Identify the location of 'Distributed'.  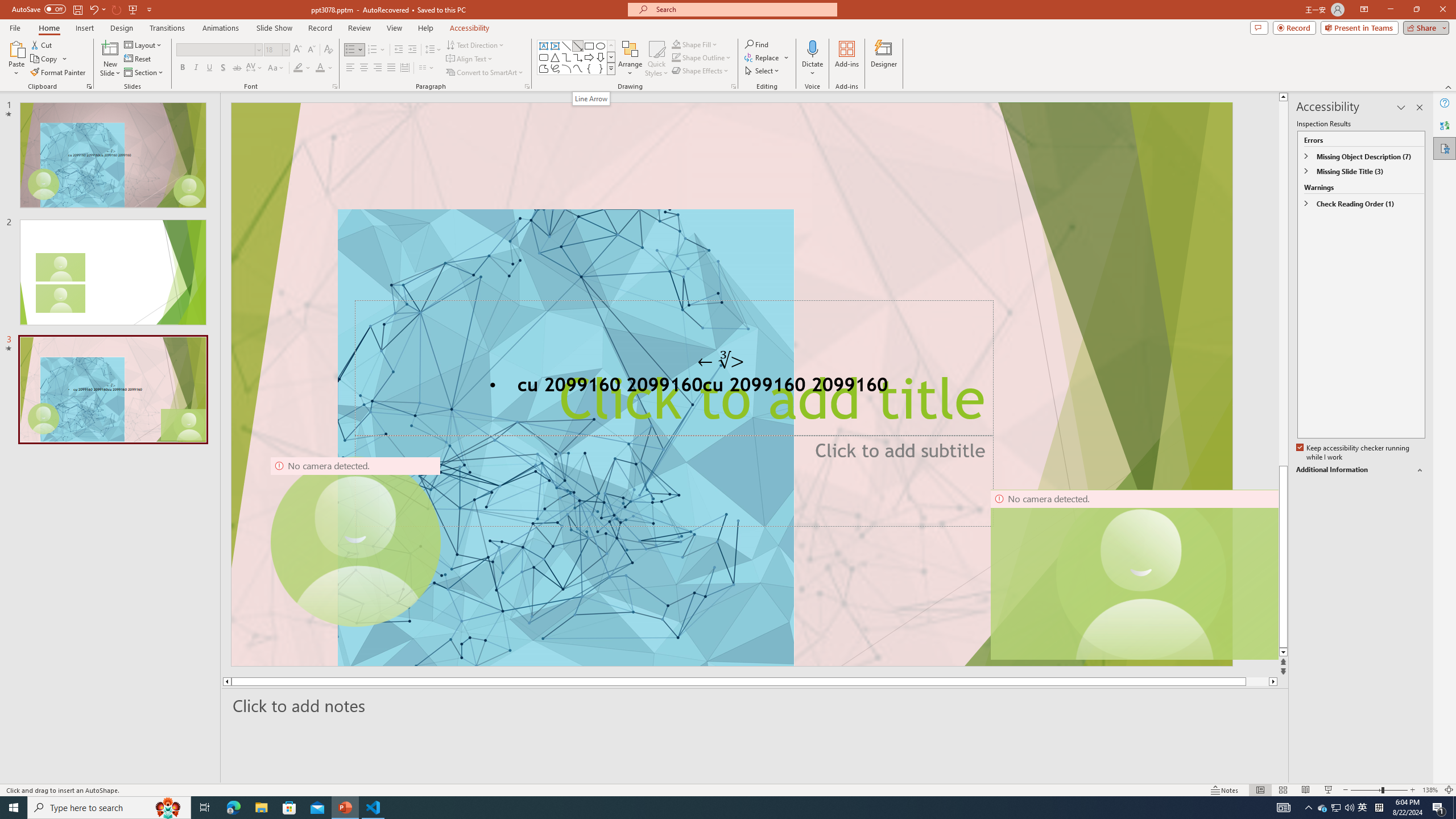
(404, 67).